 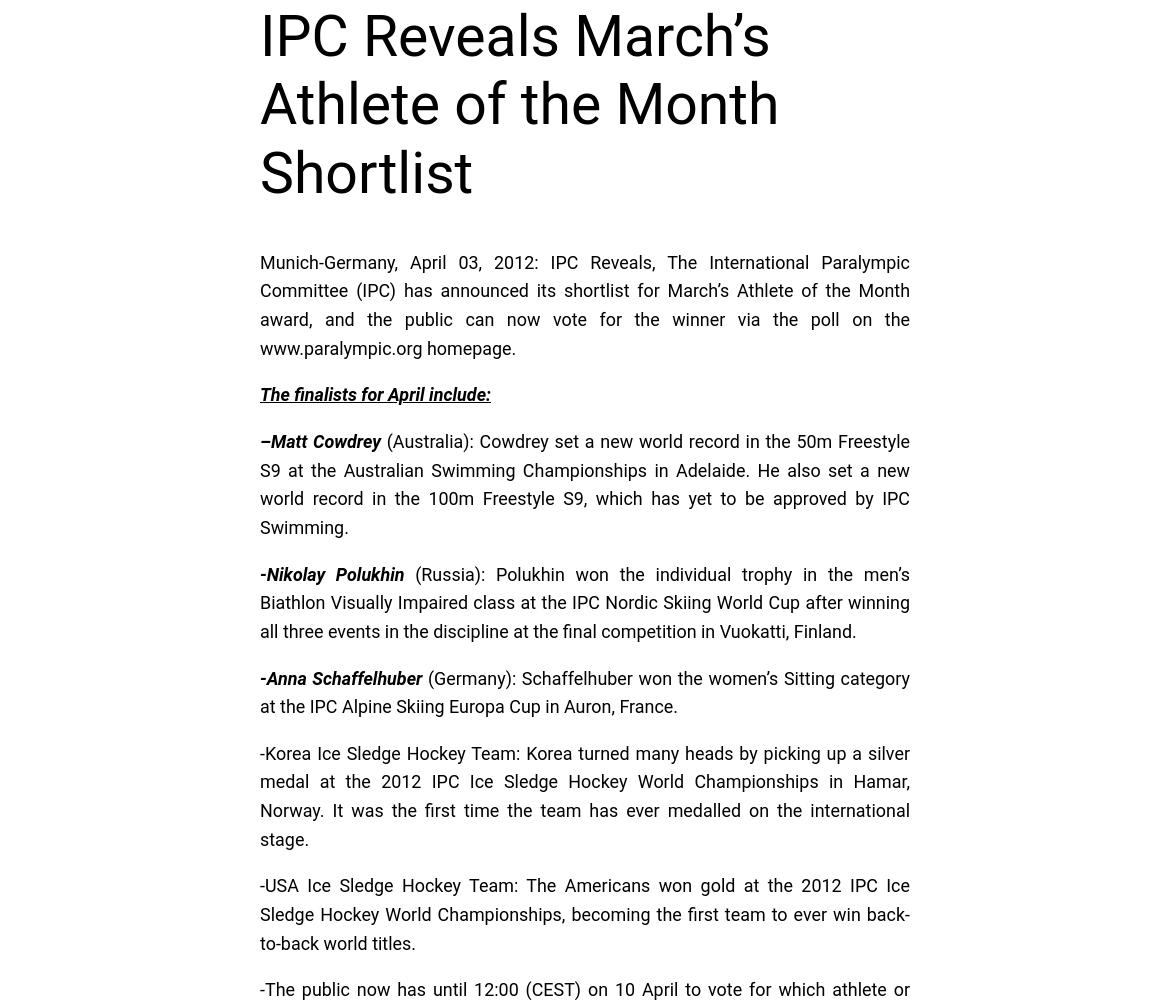 I want to click on 'IPC Reveals March’s Athlete of the Month Shortlist', so click(x=518, y=104).